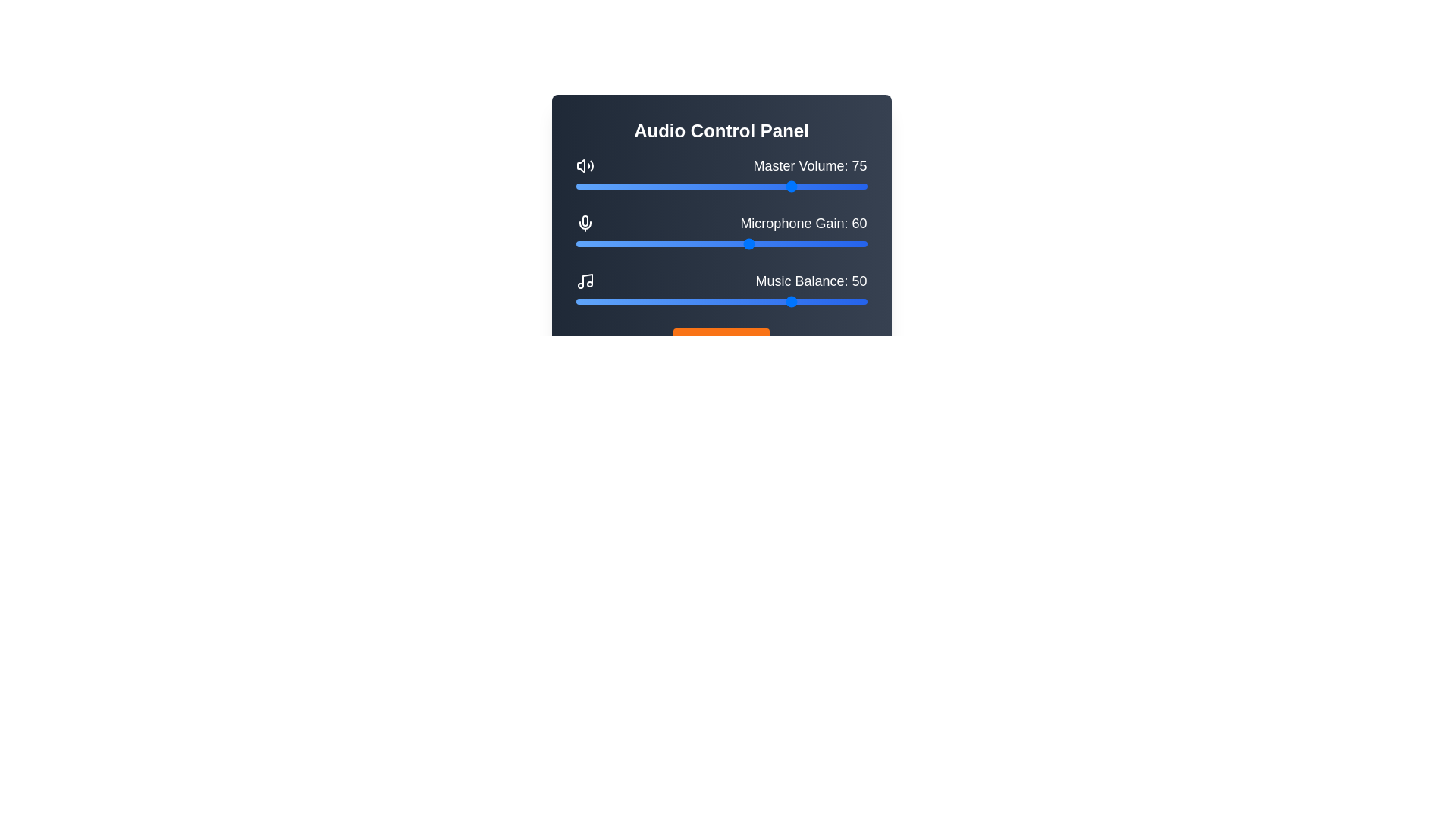 The image size is (1456, 819). What do you see at coordinates (712, 186) in the screenshot?
I see `the Master Volume slider to 47 percent` at bounding box center [712, 186].